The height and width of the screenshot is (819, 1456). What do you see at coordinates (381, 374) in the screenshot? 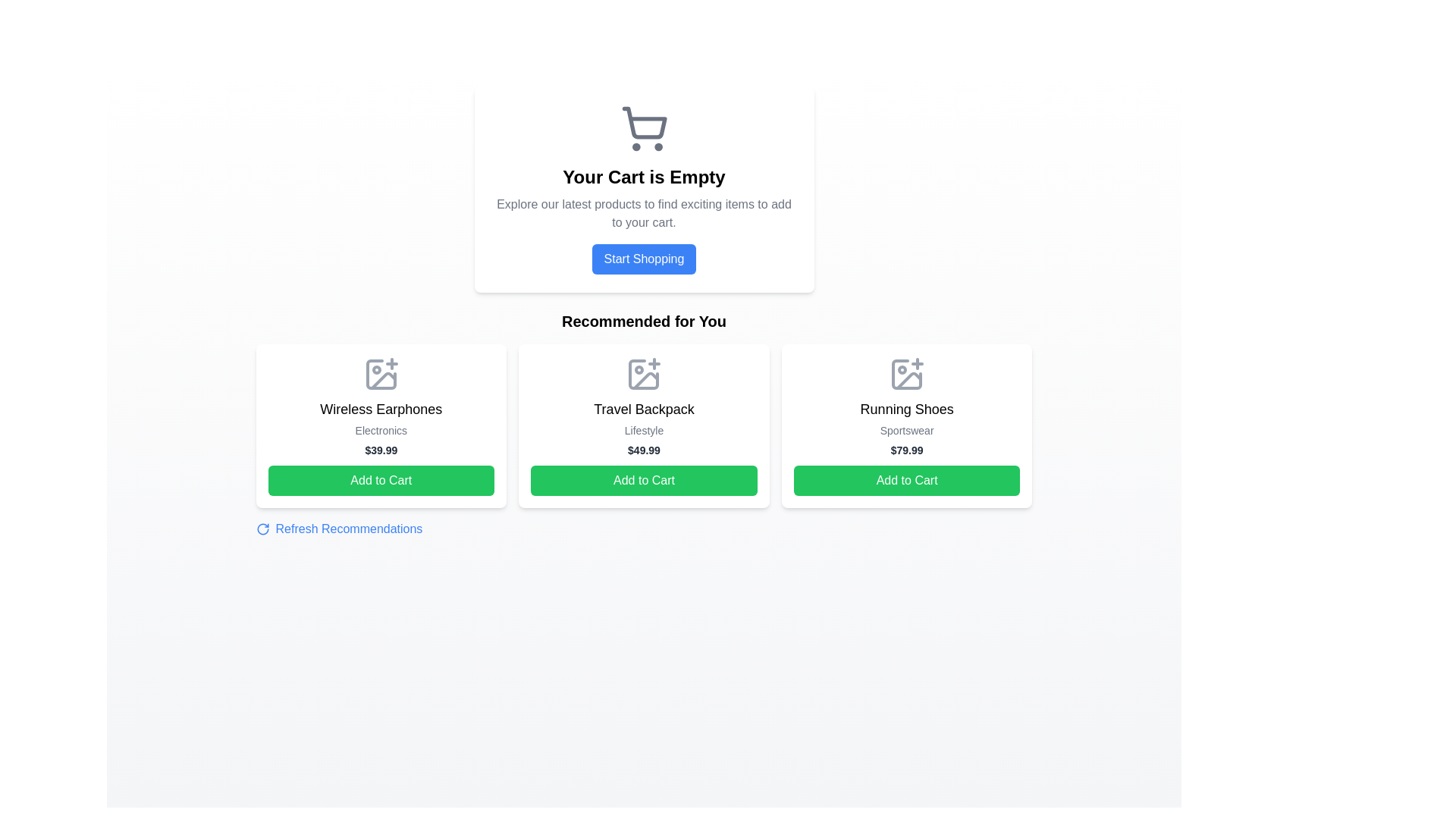
I see `the Vector graphic icon representing an image located at the top of the card labeled 'Wireless Earphones' in the 'Recommended for You' section` at bounding box center [381, 374].